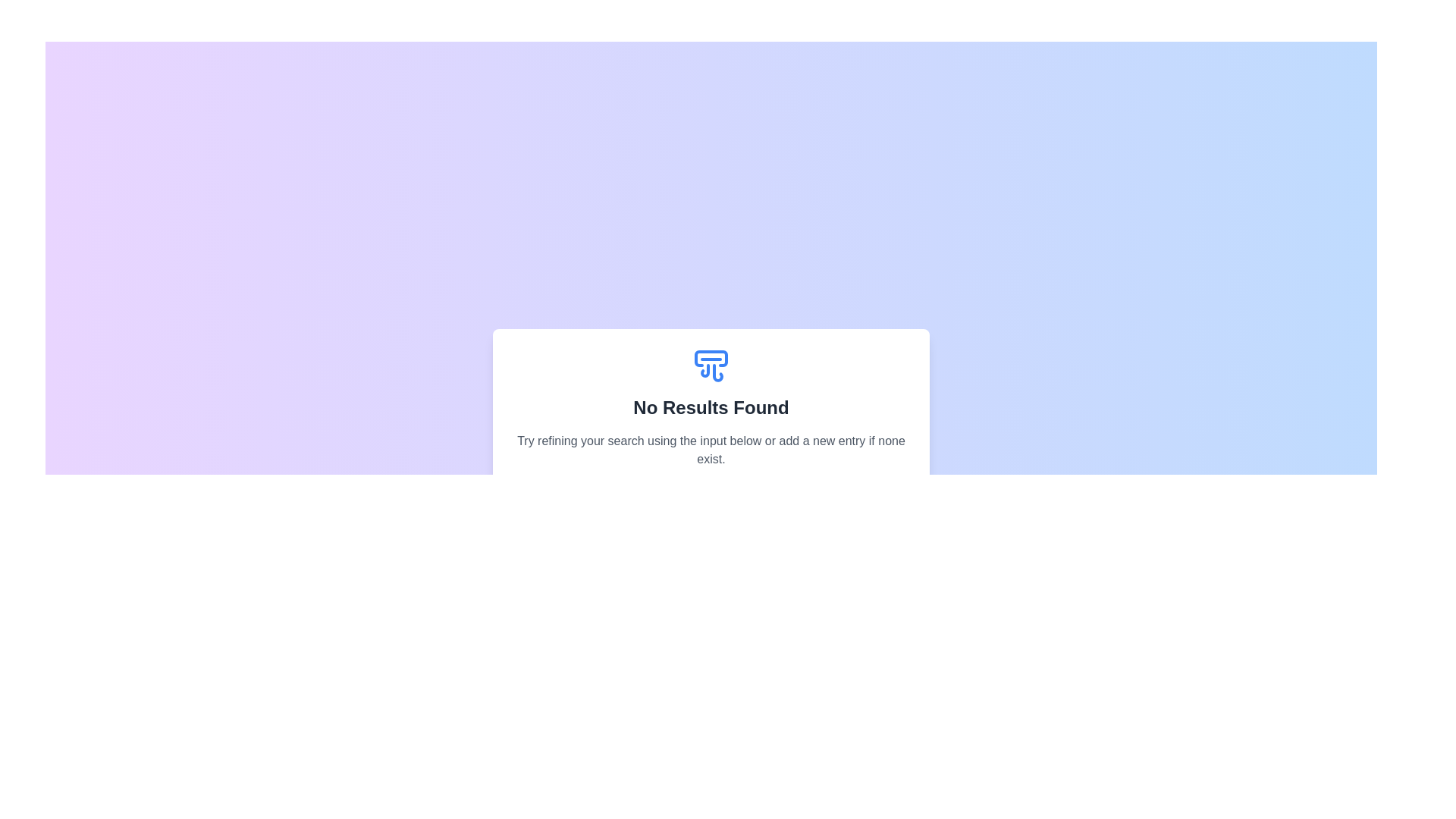 This screenshot has height=819, width=1456. I want to click on the icon that indicates an empty or no results state, located at the center-top of a card with the headline 'No Results Found', so click(710, 366).